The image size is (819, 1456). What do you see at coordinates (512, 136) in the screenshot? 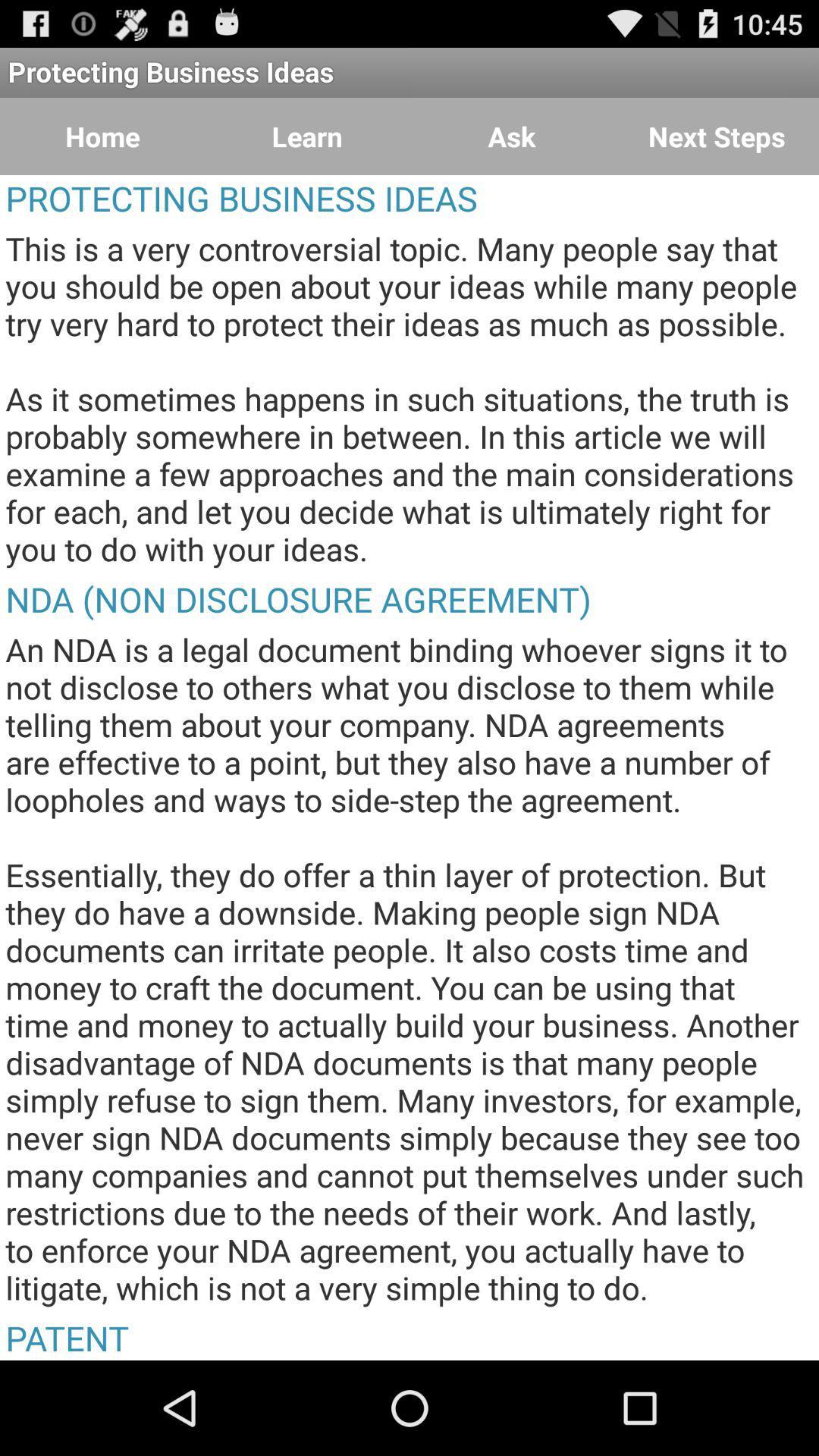
I see `ask item` at bounding box center [512, 136].